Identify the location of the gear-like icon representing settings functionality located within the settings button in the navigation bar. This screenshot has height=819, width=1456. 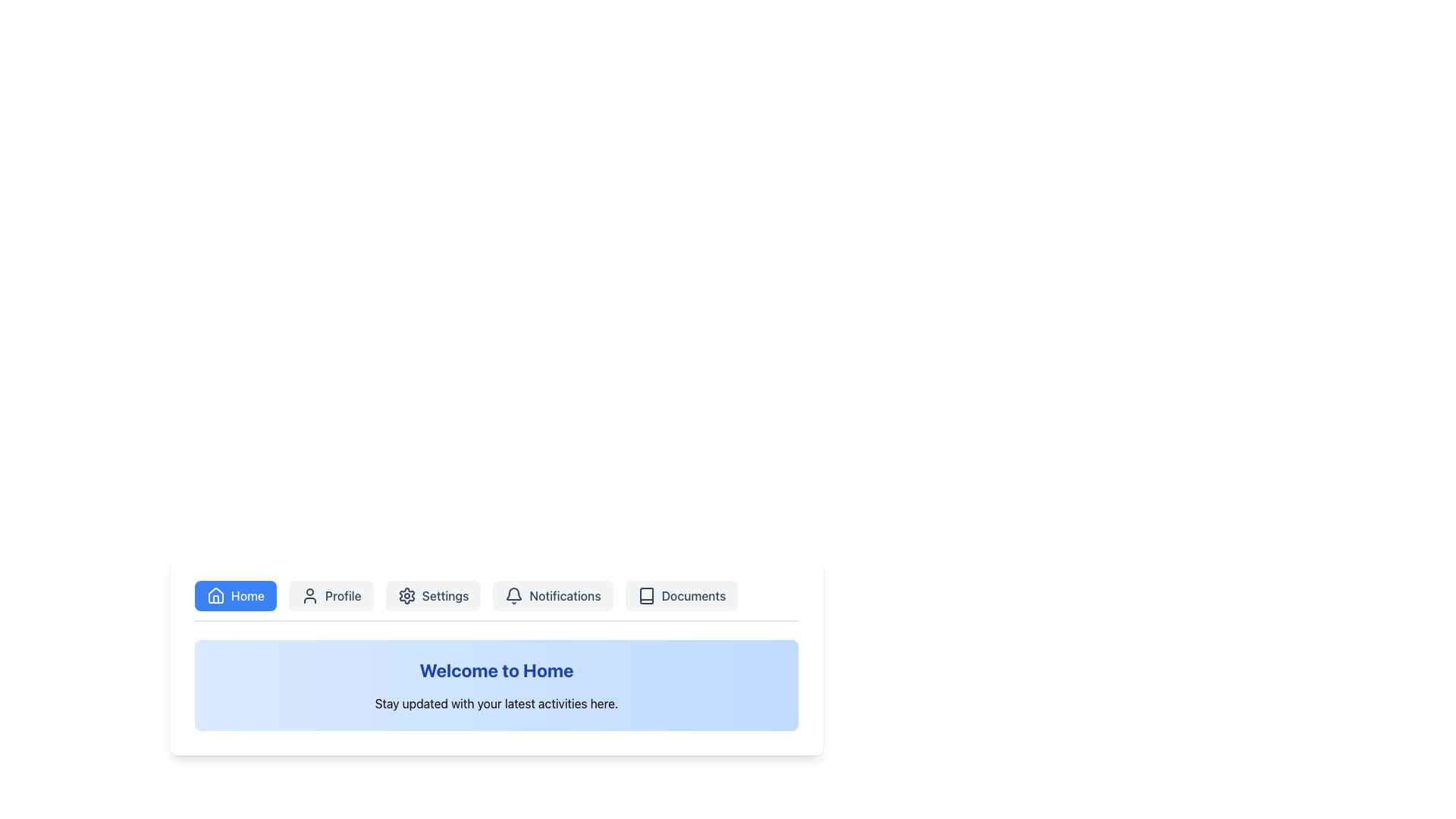
(406, 595).